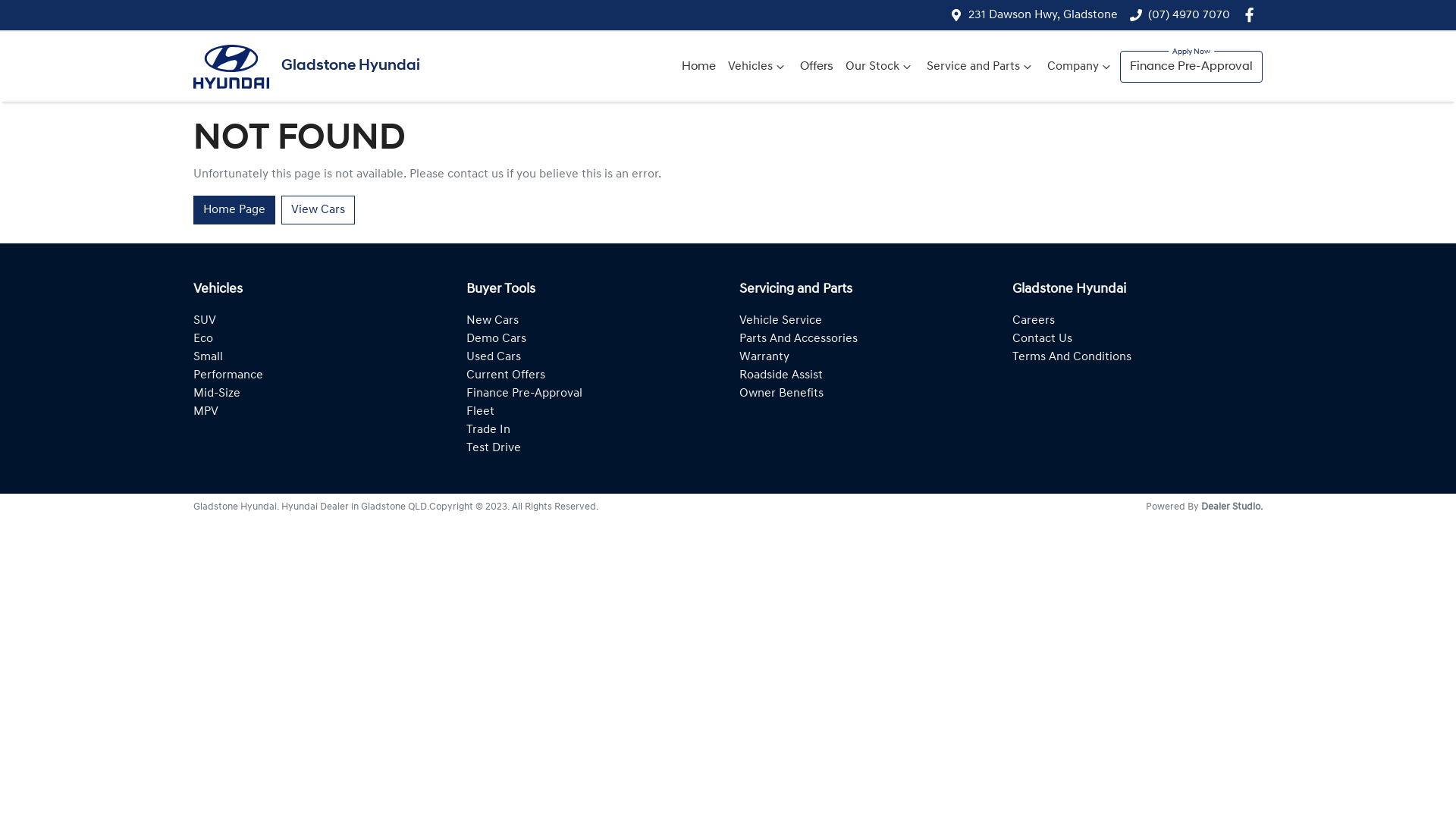  Describe the element at coordinates (1190, 66) in the screenshot. I see `'Finance Pre-Approval'` at that location.